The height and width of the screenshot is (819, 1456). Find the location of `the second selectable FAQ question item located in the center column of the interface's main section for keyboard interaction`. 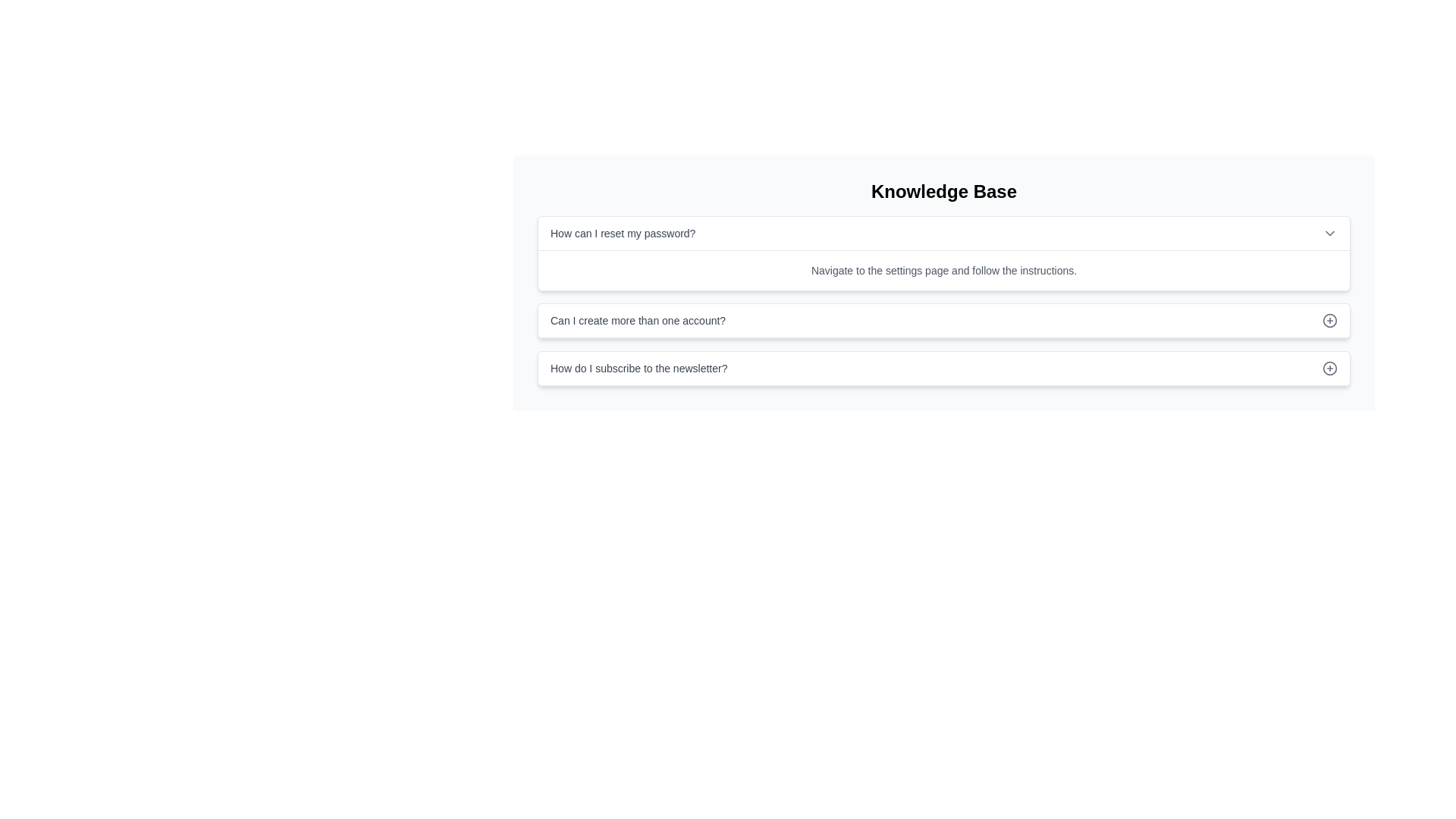

the second selectable FAQ question item located in the center column of the interface's main section for keyboard interaction is located at coordinates (943, 320).